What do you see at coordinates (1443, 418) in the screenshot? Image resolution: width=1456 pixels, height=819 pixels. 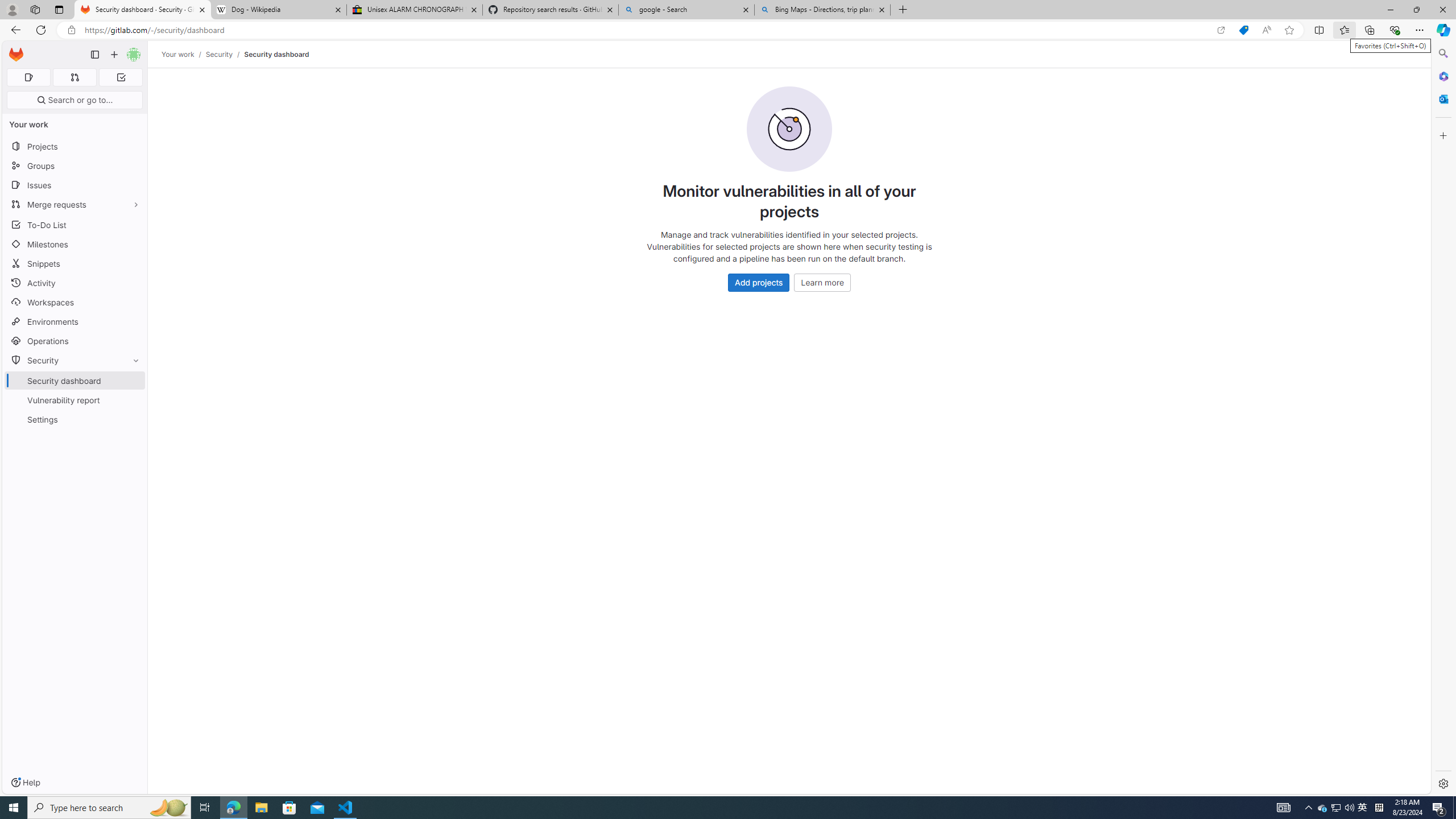 I see `'Side bar'` at bounding box center [1443, 418].